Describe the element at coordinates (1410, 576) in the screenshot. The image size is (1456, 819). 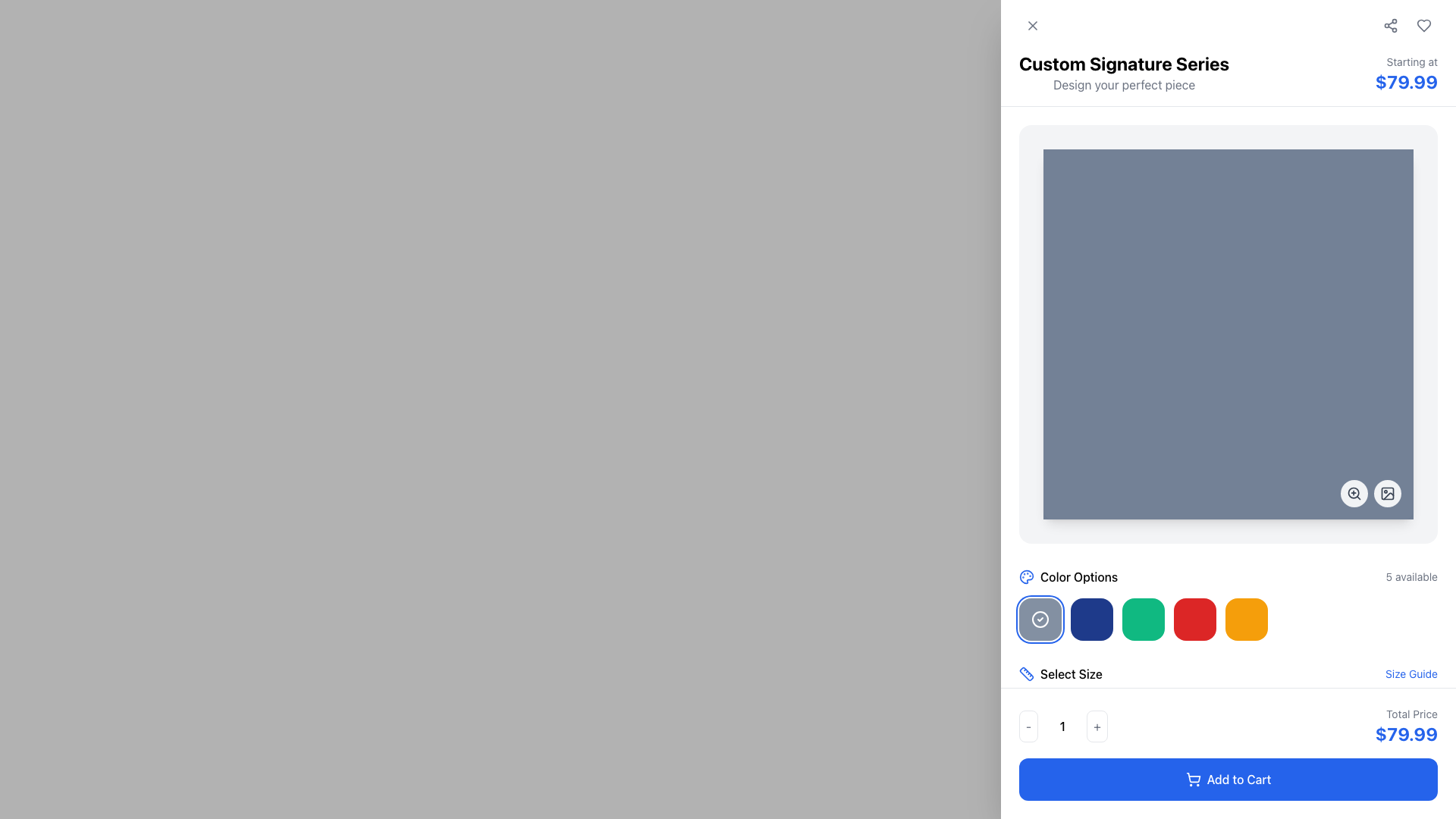
I see `the text label displaying '5 available' located in the 'Color Options' section near the bottom right corner of the interface` at that location.